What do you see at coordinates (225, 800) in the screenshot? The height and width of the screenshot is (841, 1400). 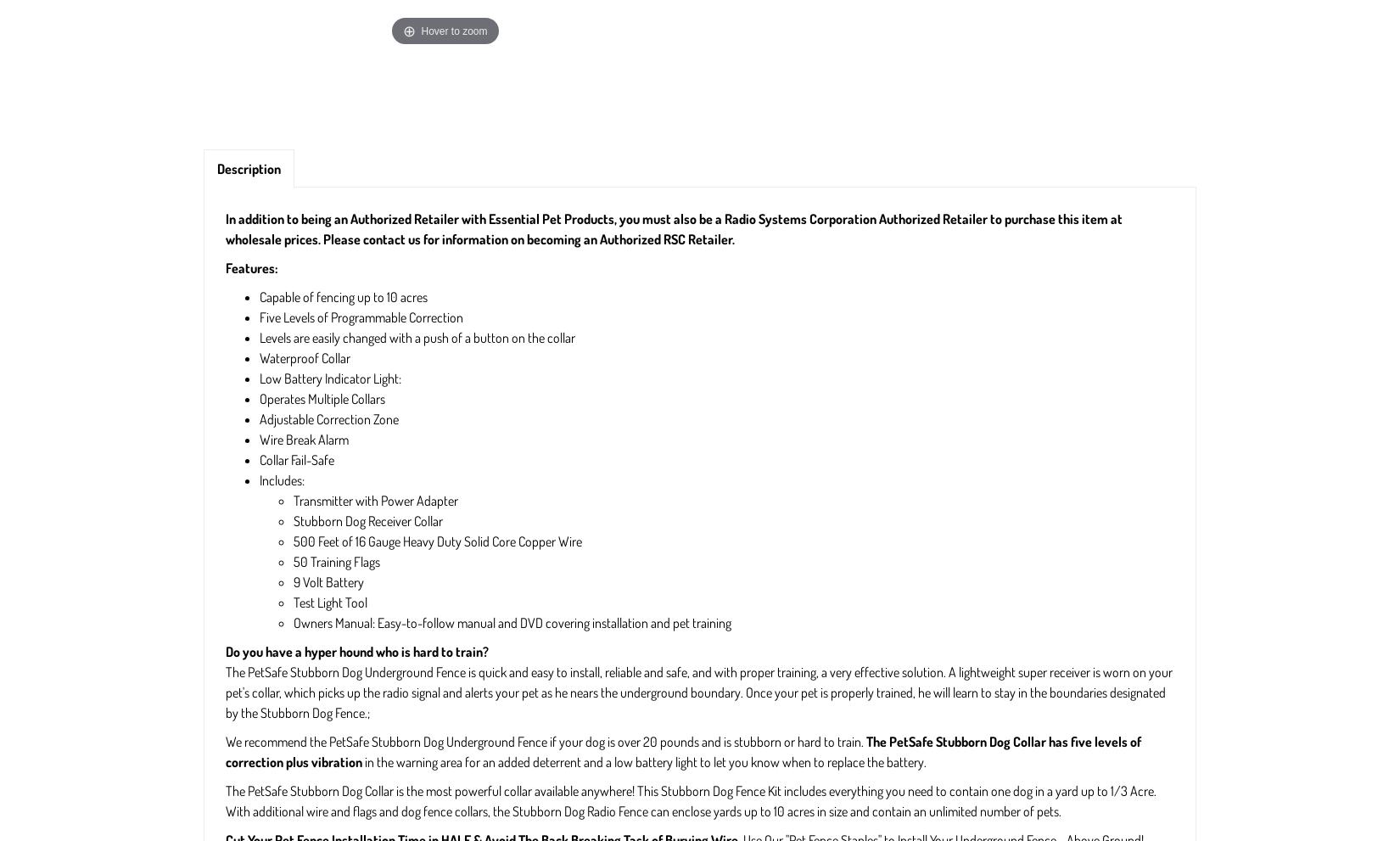 I see `'The PetSafe Stubborn Dog Collar is the most powerful collar available anywhere! This Stubborn Dog Fence Kit includes everything you need to contain one dog in a yard up to 1/3 Acre. With additional wire and flags and dog fence collars, the Stubborn Dog Radio Fence can enclose yards up to 10 acres in size and contain an unlimited number of pets.'` at bounding box center [225, 800].